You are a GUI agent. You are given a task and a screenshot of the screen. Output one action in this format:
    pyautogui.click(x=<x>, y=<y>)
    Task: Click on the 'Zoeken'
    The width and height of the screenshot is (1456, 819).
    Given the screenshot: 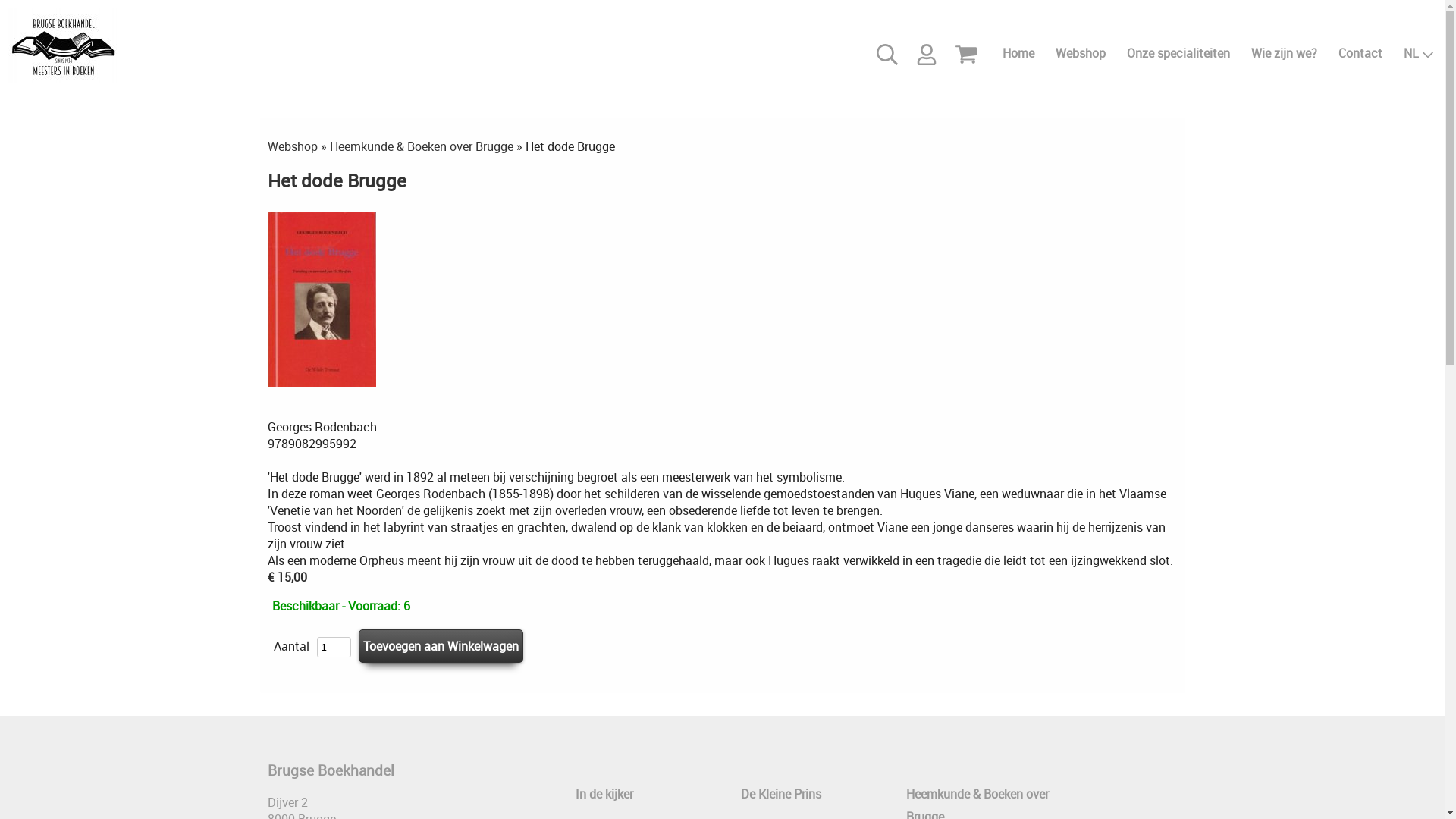 What is the action you would take?
    pyautogui.click(x=887, y=52)
    